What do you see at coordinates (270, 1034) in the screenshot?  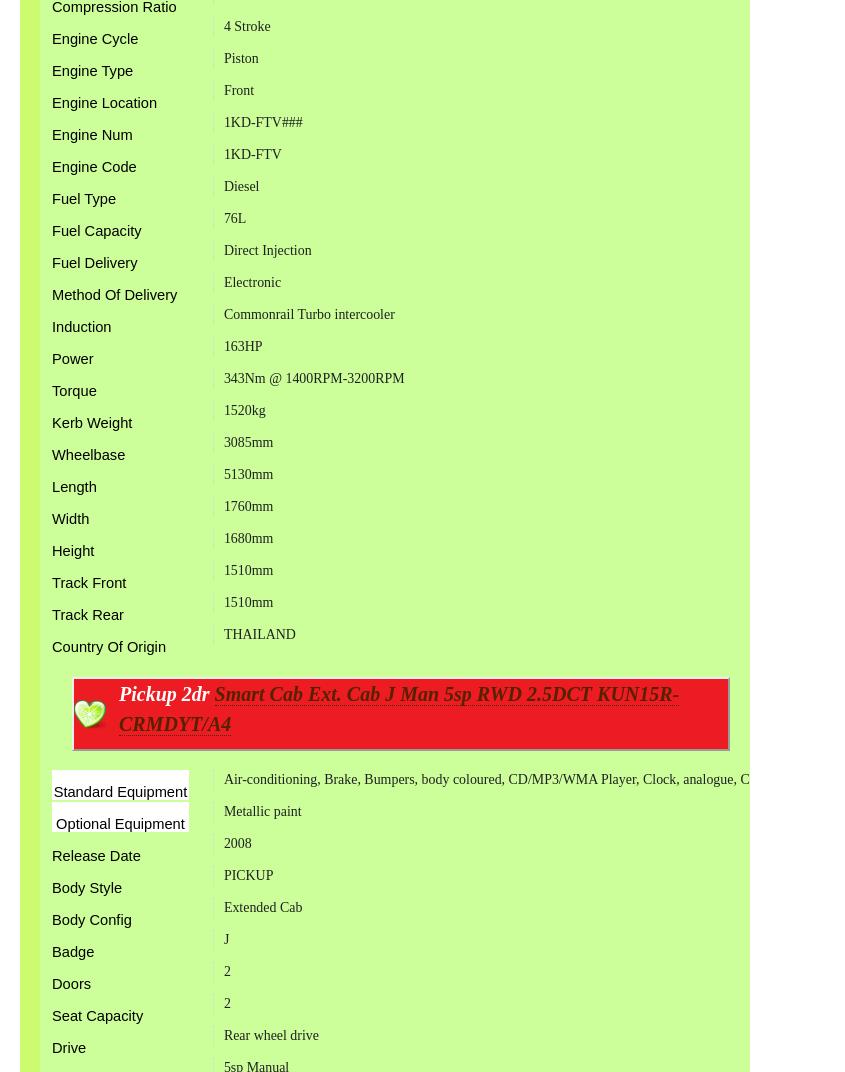 I see `'Rear wheel drive'` at bounding box center [270, 1034].